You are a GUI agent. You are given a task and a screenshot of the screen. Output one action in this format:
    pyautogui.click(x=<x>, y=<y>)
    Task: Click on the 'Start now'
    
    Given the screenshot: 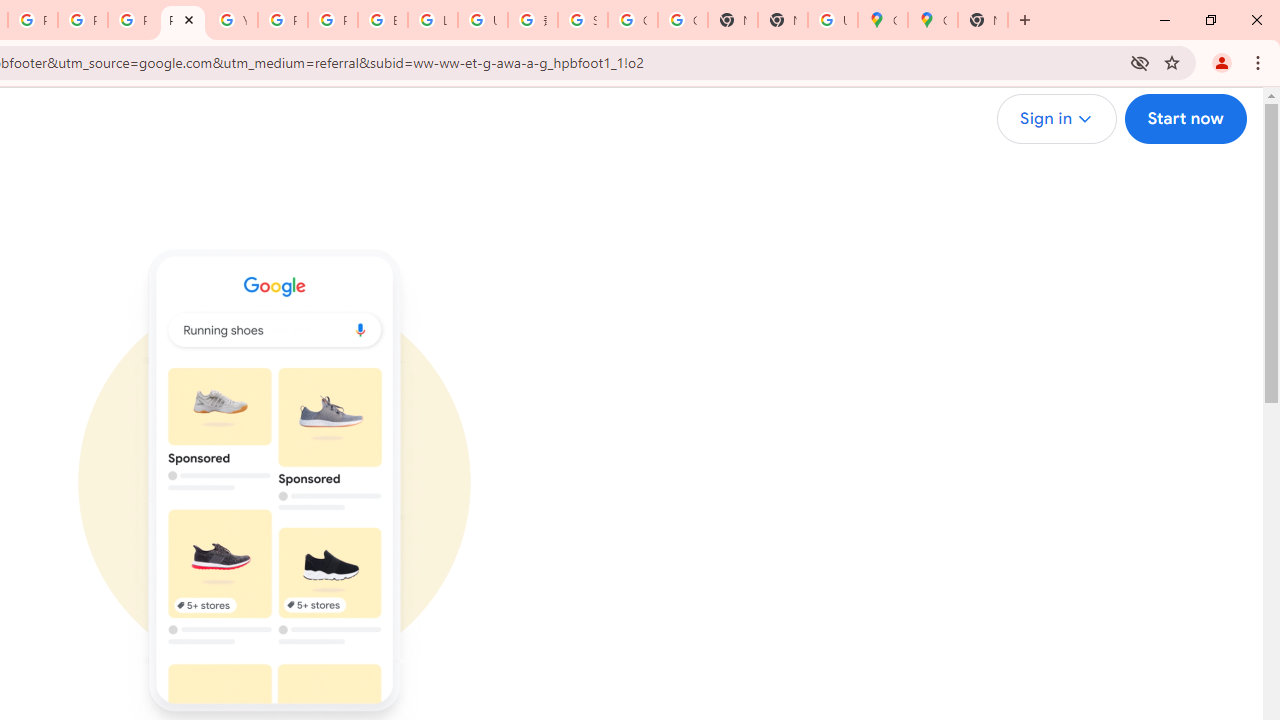 What is the action you would take?
    pyautogui.click(x=1185, y=119)
    